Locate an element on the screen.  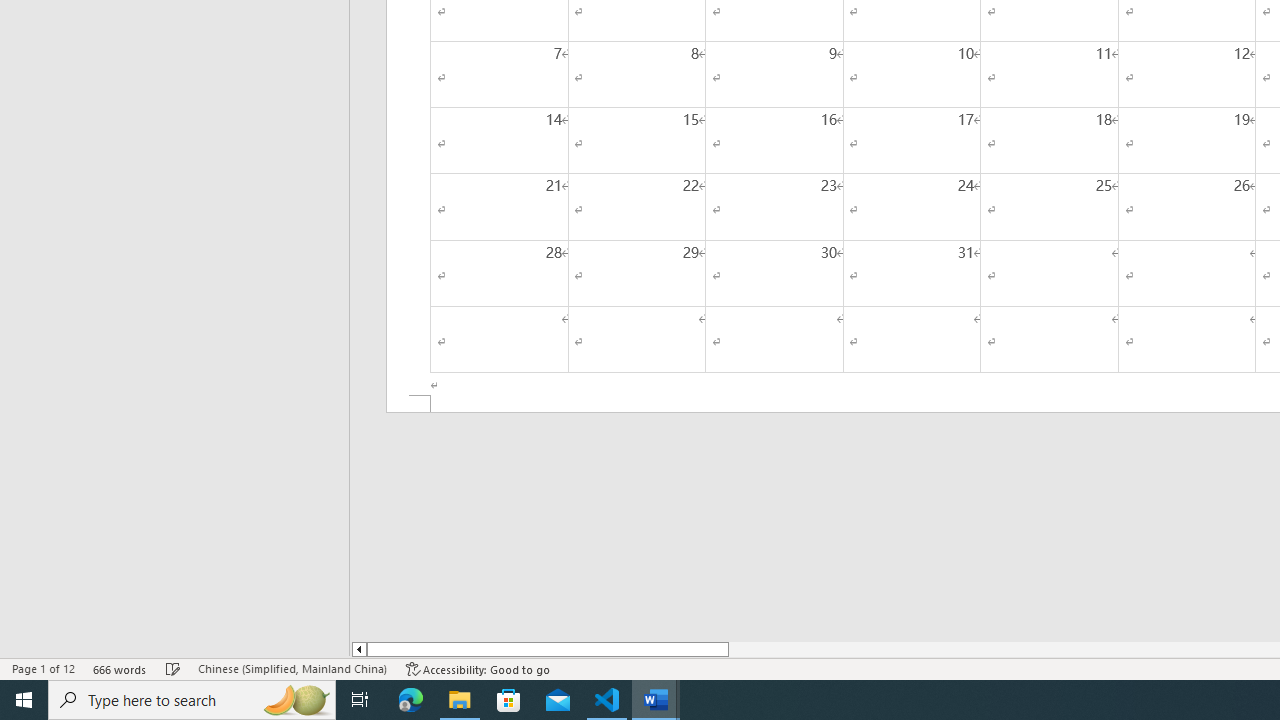
'Page Number Page 1 of 12' is located at coordinates (43, 669).